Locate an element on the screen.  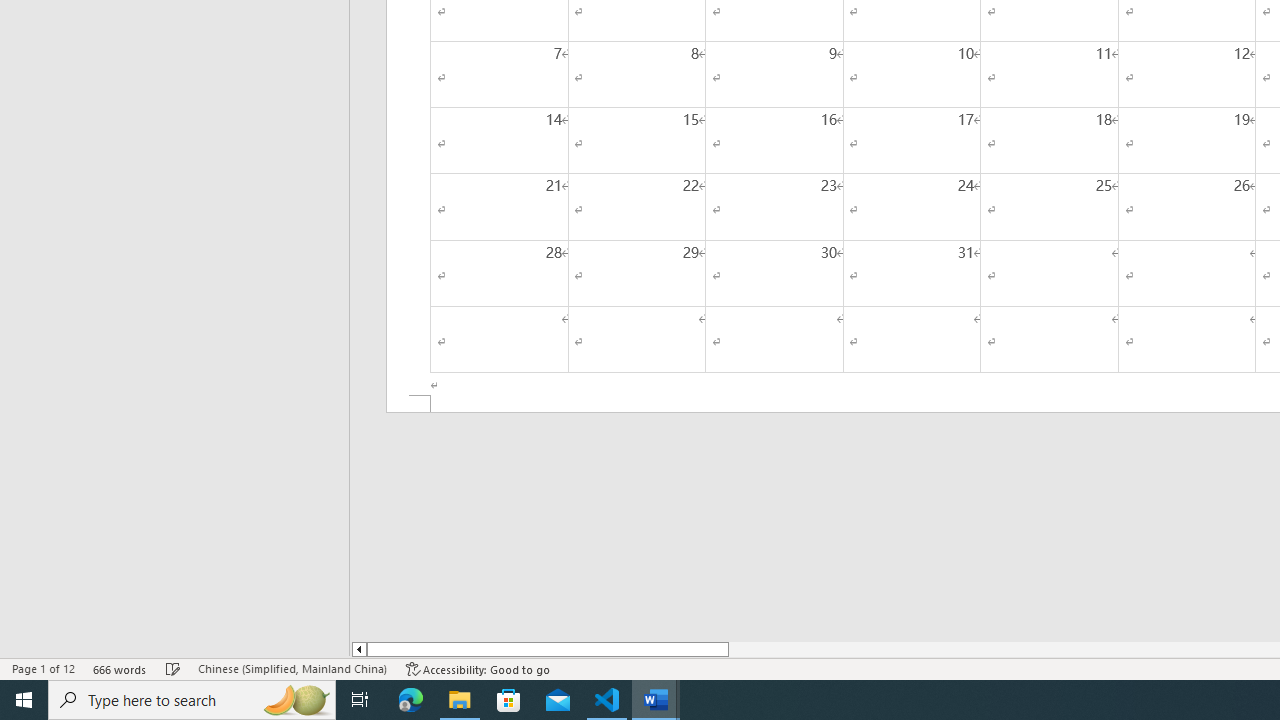
'Page Number Page 1 of 12' is located at coordinates (43, 669).